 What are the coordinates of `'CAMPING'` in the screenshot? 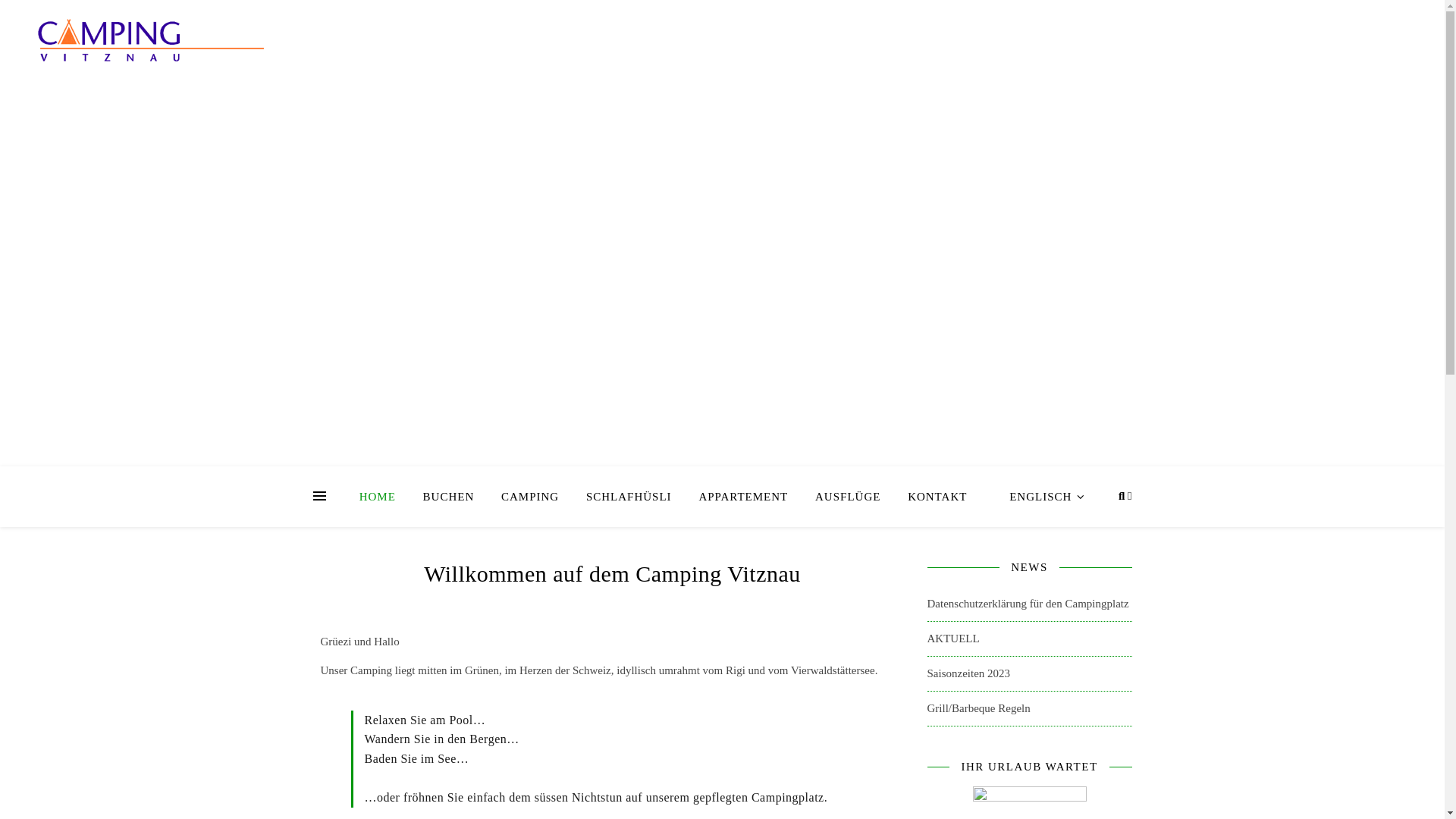 It's located at (530, 497).